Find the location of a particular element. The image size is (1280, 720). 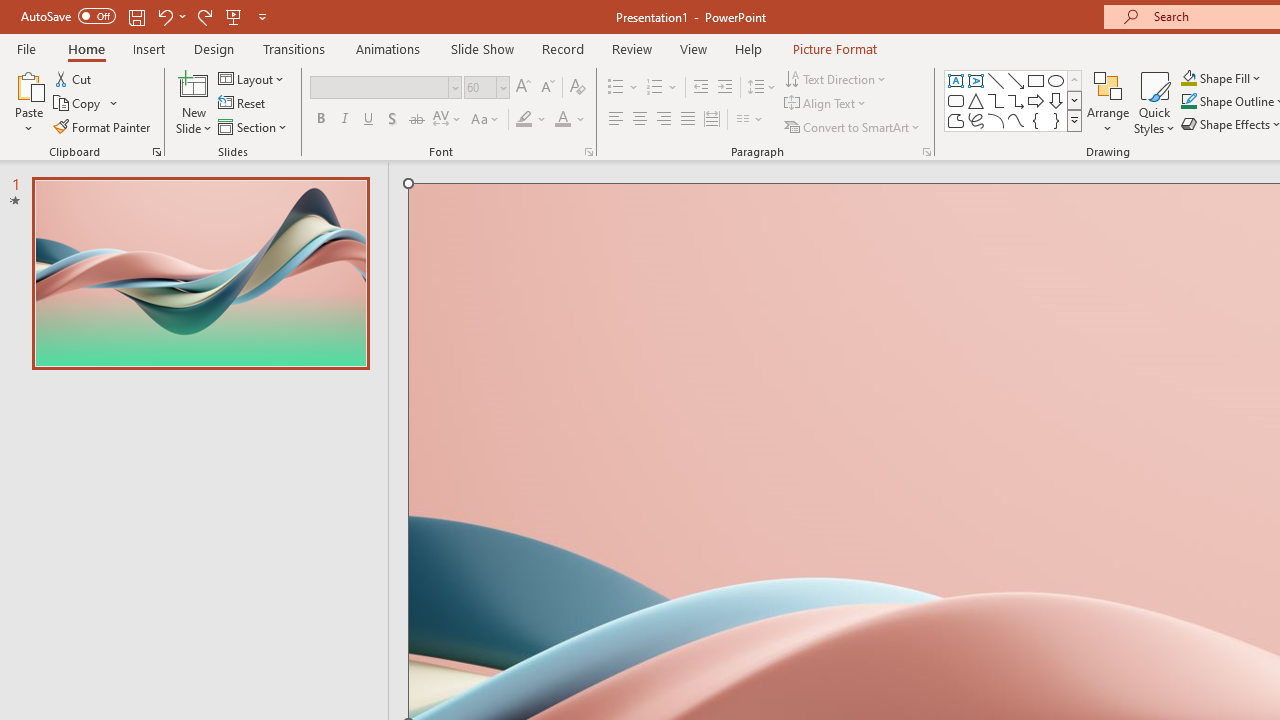

'Picture Format' is located at coordinates (835, 48).